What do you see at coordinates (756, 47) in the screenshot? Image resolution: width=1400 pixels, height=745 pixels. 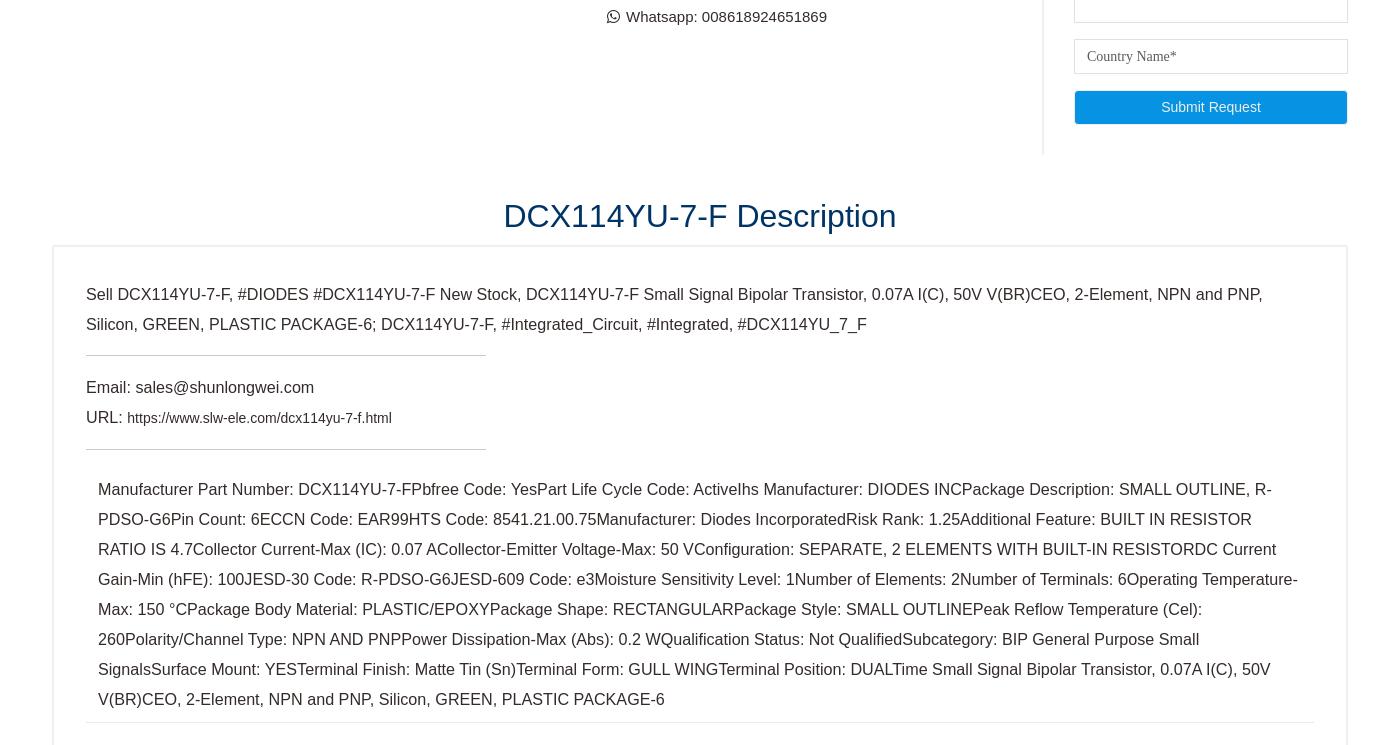 I see `'LCD Displays'` at bounding box center [756, 47].